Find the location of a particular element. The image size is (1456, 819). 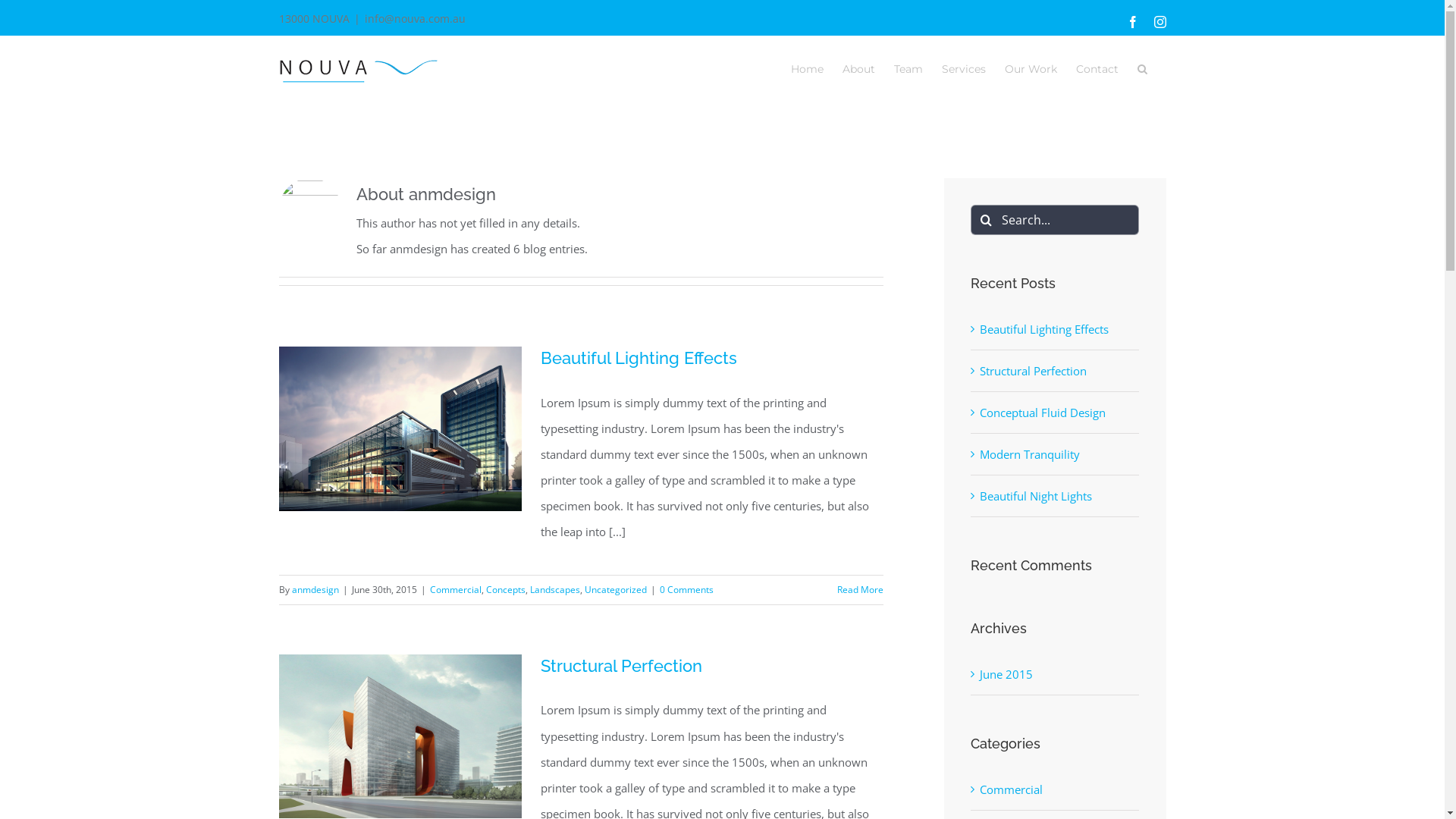

'Modern Tranquility' is located at coordinates (1030, 453).